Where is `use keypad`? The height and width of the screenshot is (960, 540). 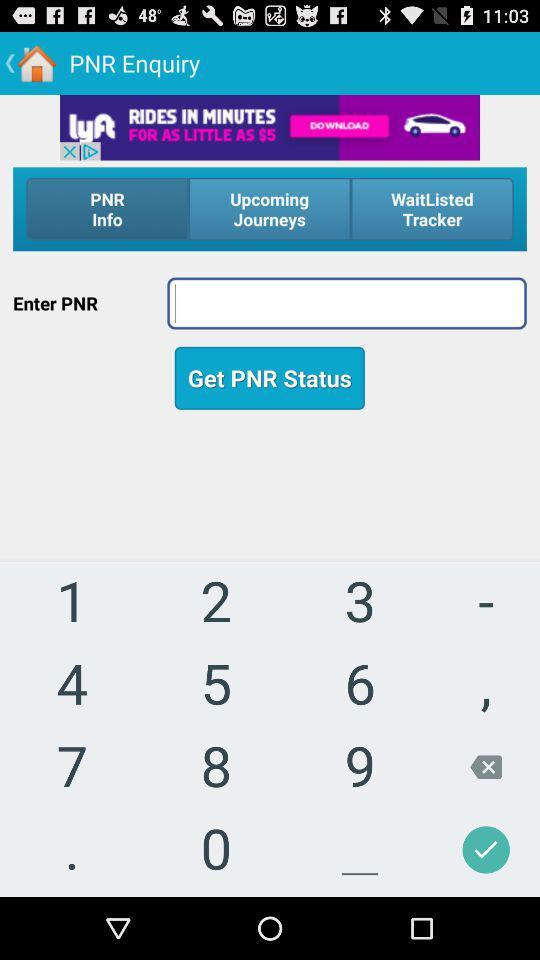
use keypad is located at coordinates (270, 674).